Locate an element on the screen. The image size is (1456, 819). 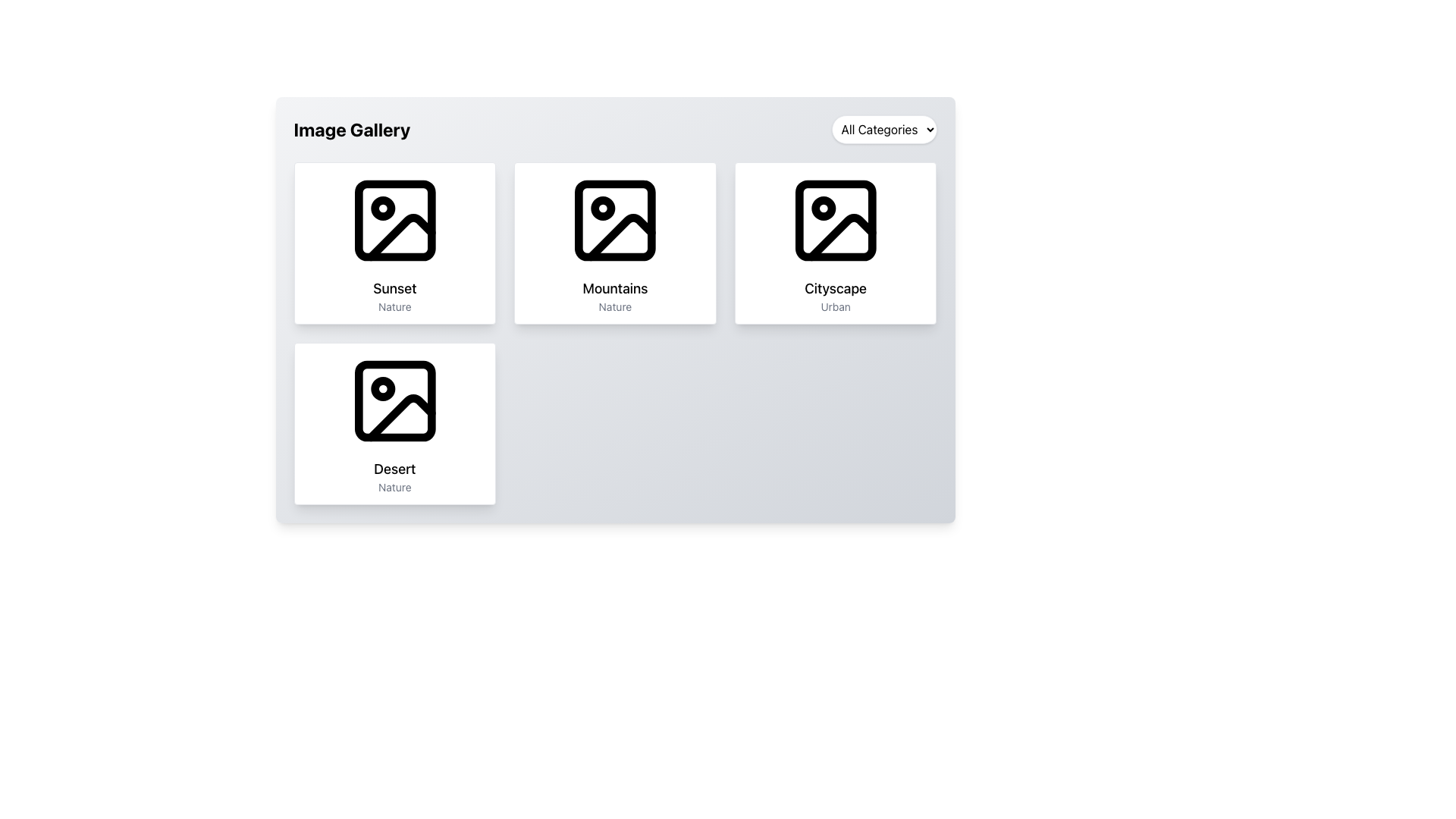
the small black circular point in the 'Sunset' gallery item located in the first row, first column of the image grid is located at coordinates (382, 208).